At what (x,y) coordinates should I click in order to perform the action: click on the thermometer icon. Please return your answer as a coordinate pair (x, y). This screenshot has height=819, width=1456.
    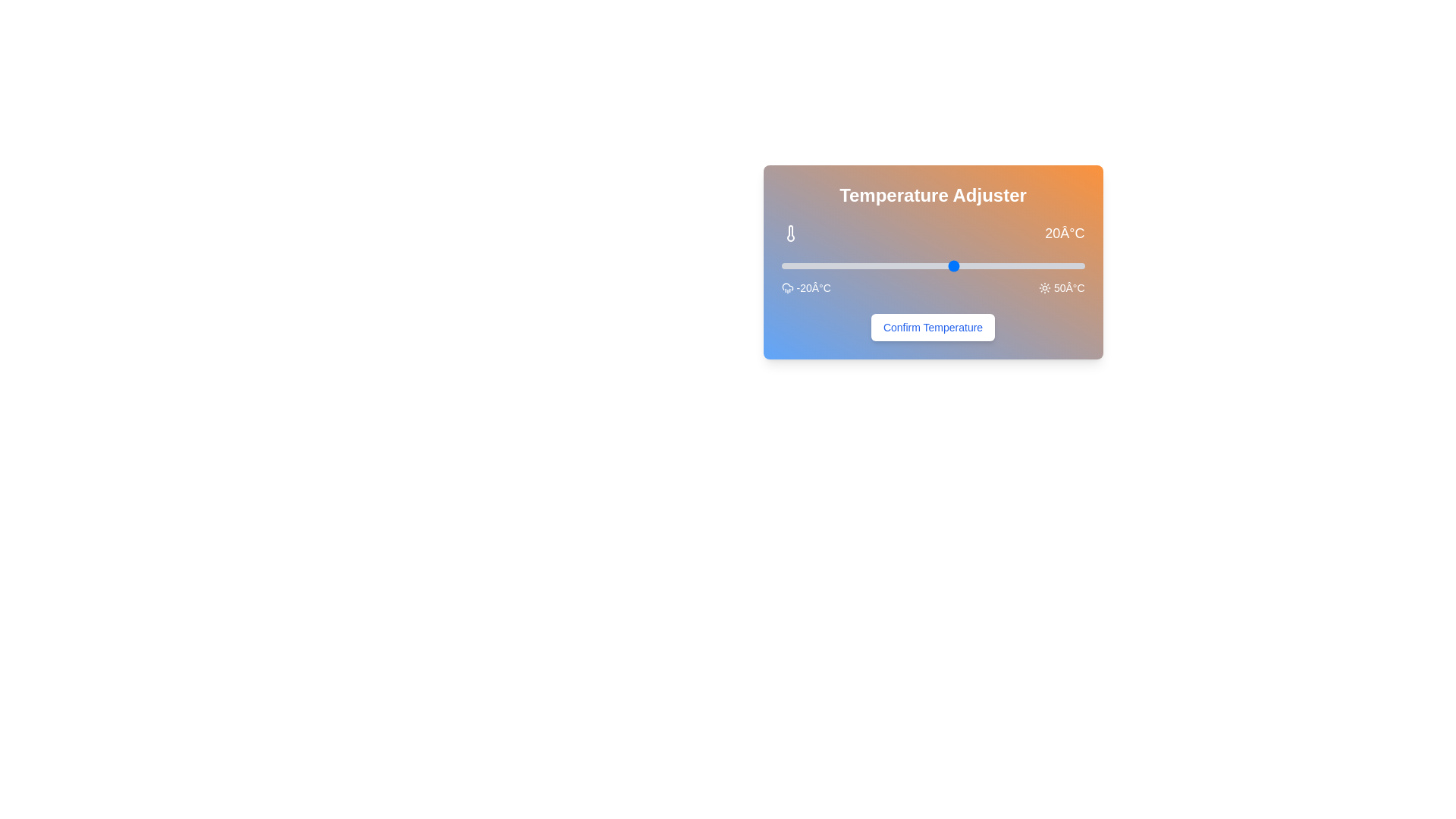
    Looking at the image, I should click on (789, 234).